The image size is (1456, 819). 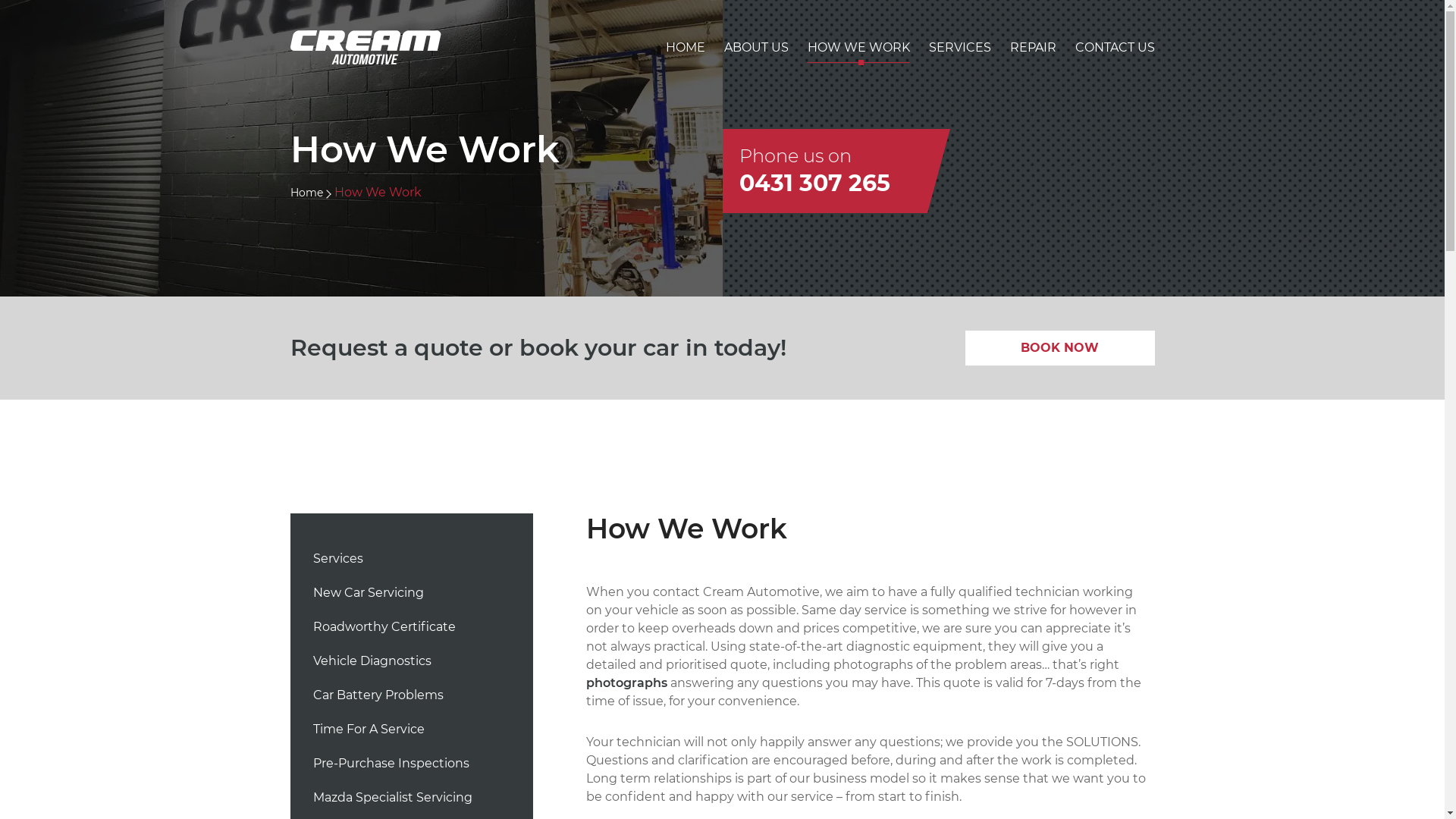 What do you see at coordinates (383, 632) in the screenshot?
I see `'Roadworthy Certificate'` at bounding box center [383, 632].